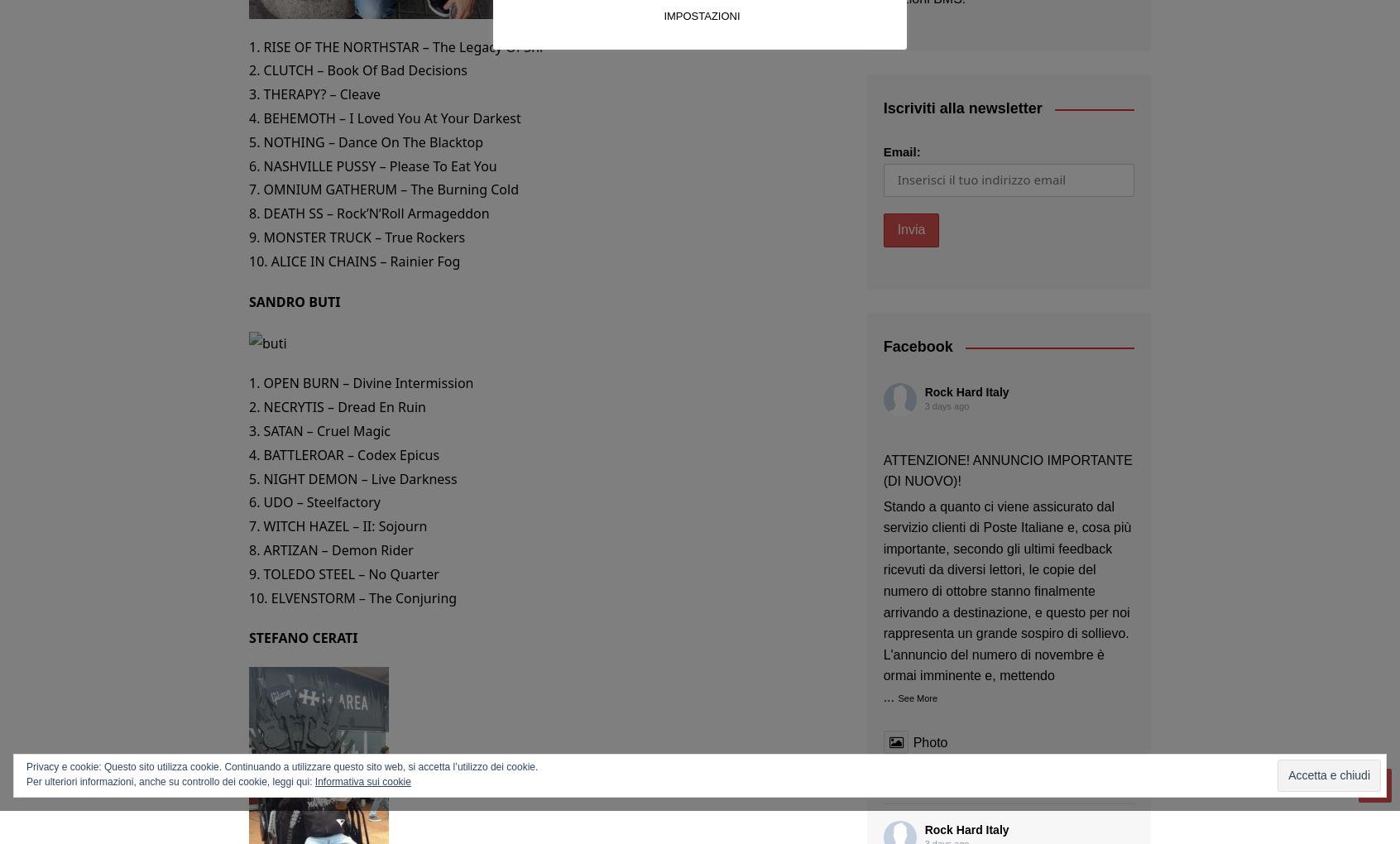 The height and width of the screenshot is (844, 1400). Describe the element at coordinates (338, 525) in the screenshot. I see `'7. WITCH HAZEL – II: Sojourn'` at that location.